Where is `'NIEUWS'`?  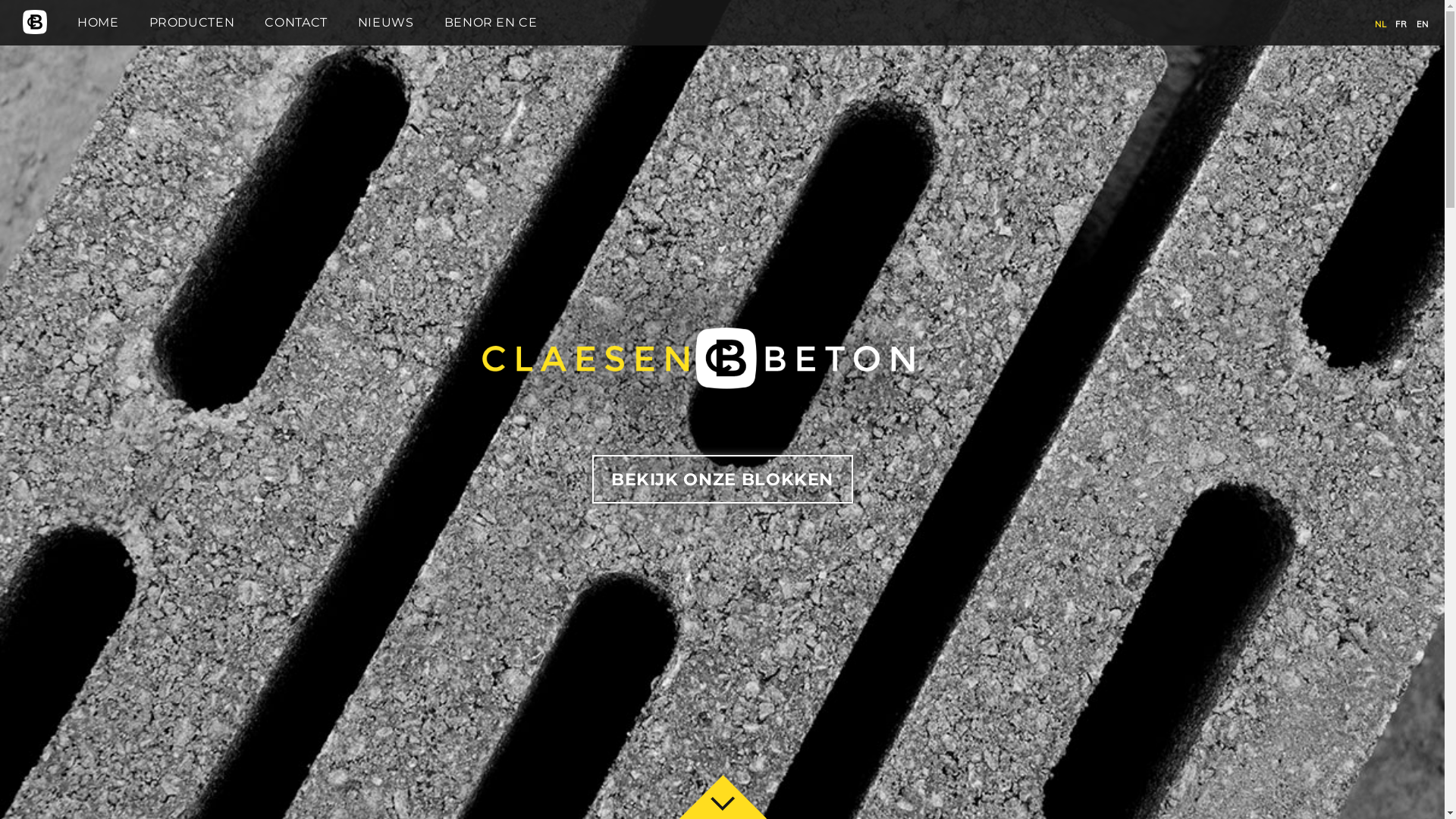 'NIEUWS' is located at coordinates (385, 22).